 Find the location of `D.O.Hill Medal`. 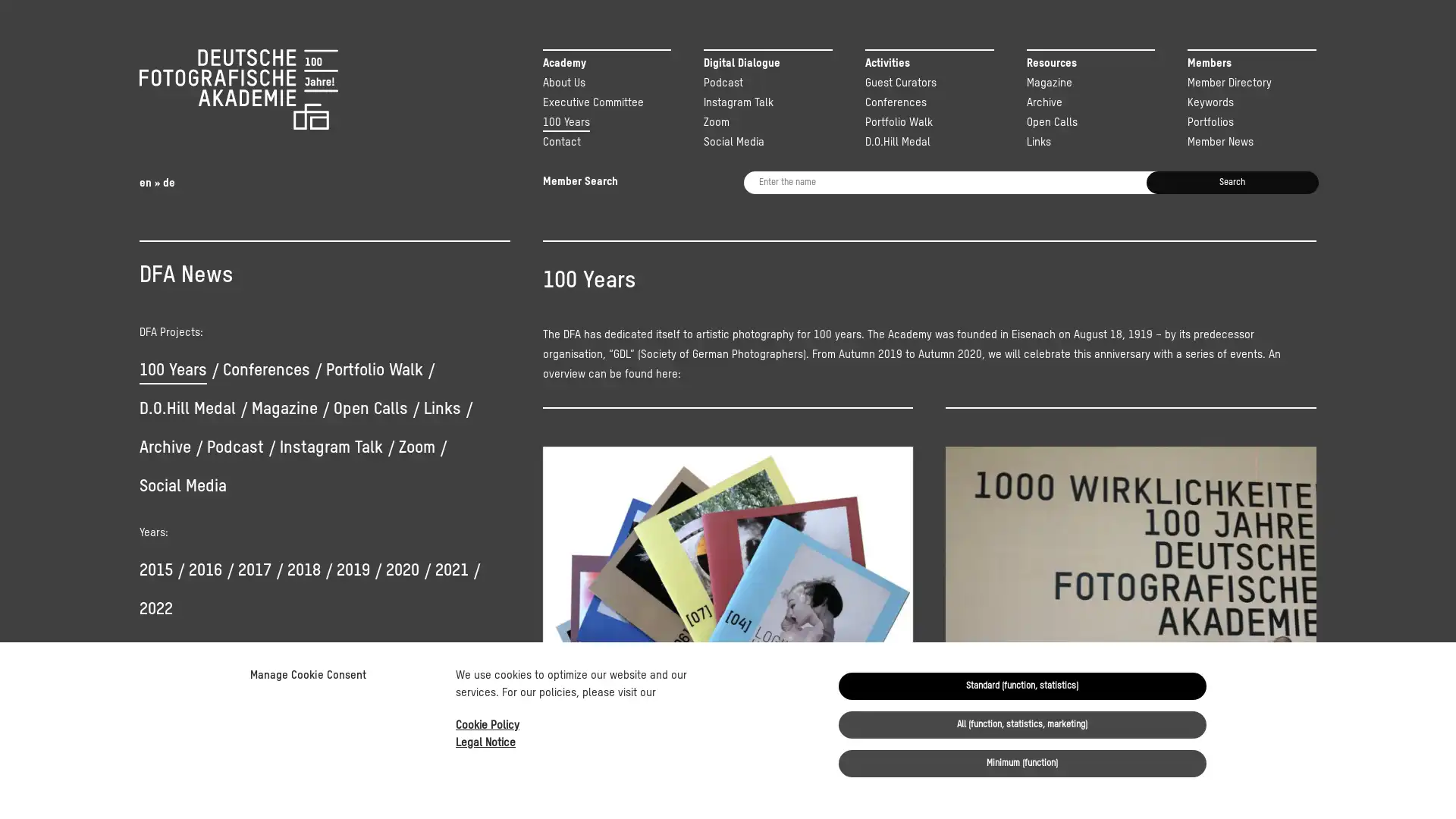

D.O.Hill Medal is located at coordinates (187, 409).